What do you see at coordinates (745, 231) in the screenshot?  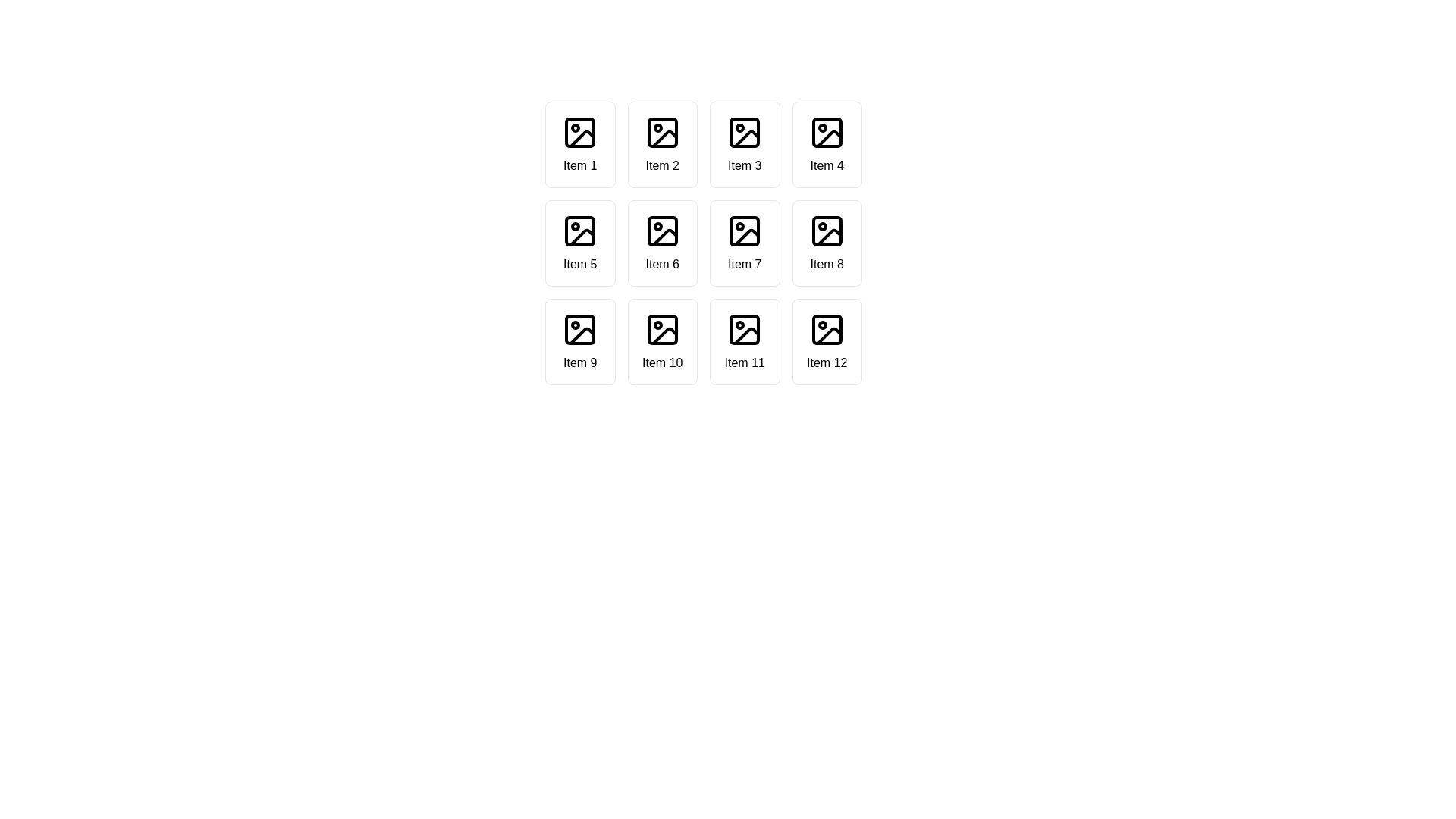 I see `the icon representing 'Item 7' in the grid layout, which is positioned above its text label` at bounding box center [745, 231].